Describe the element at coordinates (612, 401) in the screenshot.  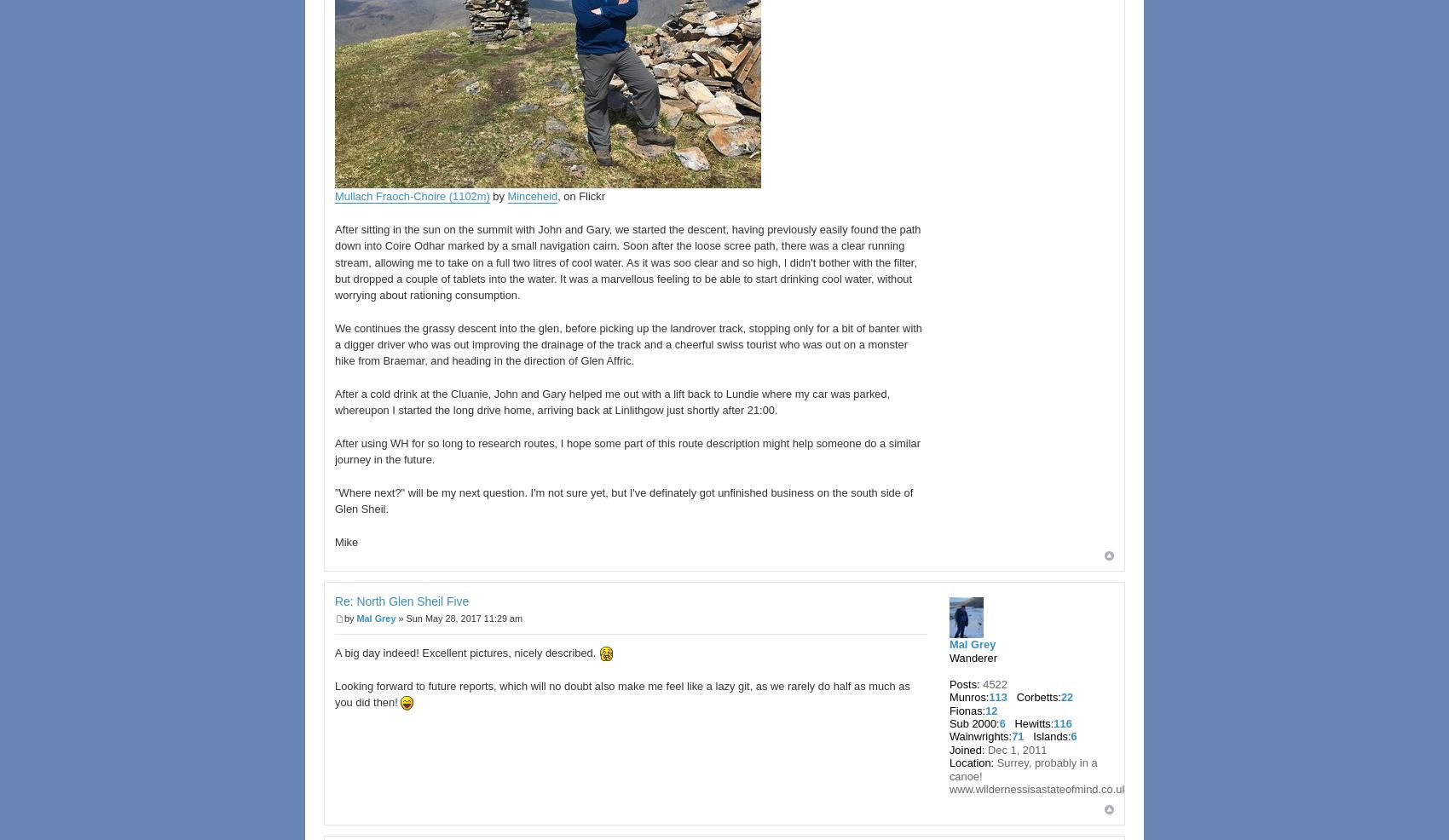
I see `'After a cold drink at the Cluanie, John and Gary helped me out with a lift back to Lundie where my car was parked, whereupon I started the long drive home, arriving back at Linlithgow just shortly after 21:00.'` at that location.